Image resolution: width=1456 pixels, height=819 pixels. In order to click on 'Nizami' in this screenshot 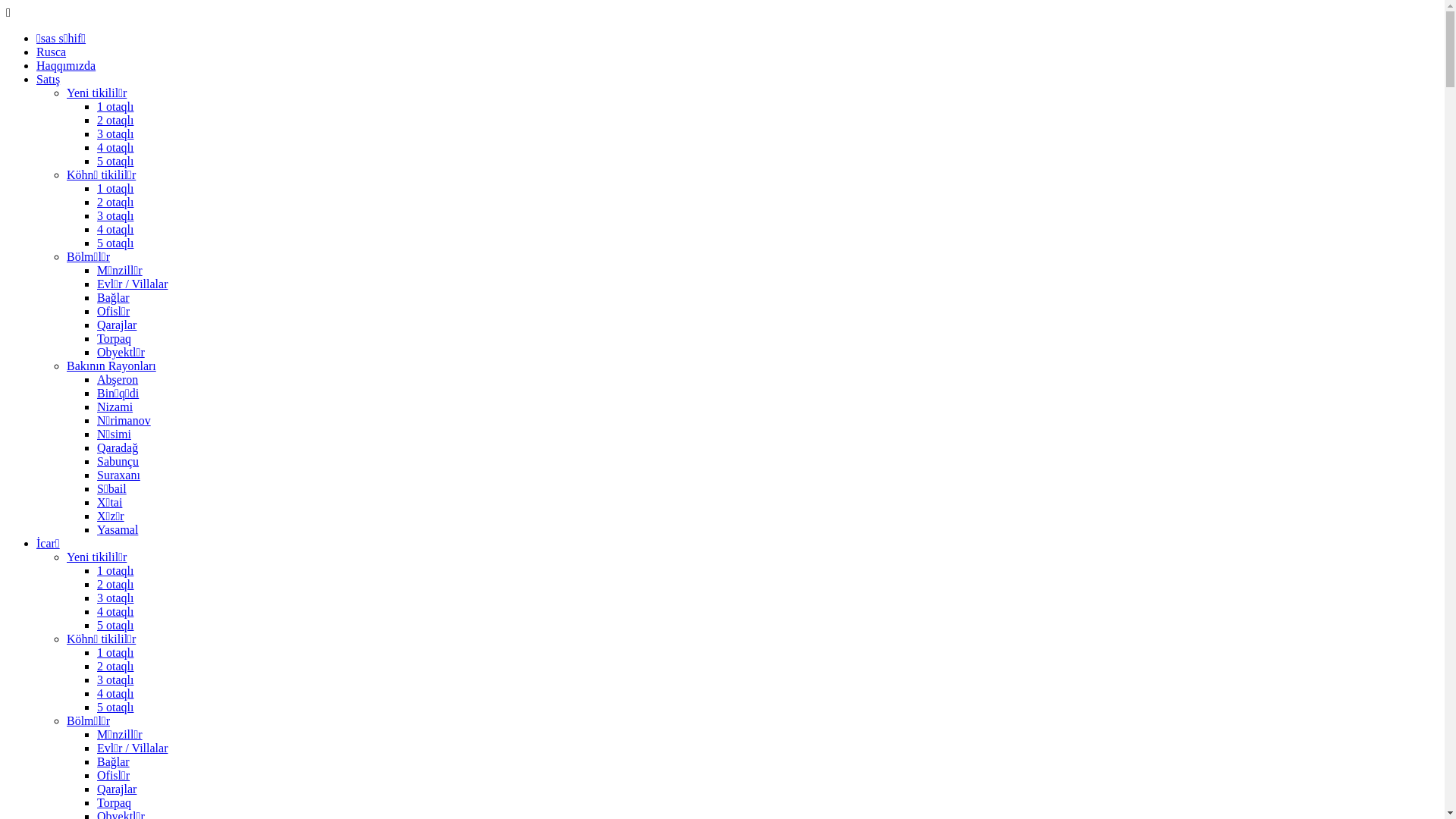, I will do `click(96, 406)`.